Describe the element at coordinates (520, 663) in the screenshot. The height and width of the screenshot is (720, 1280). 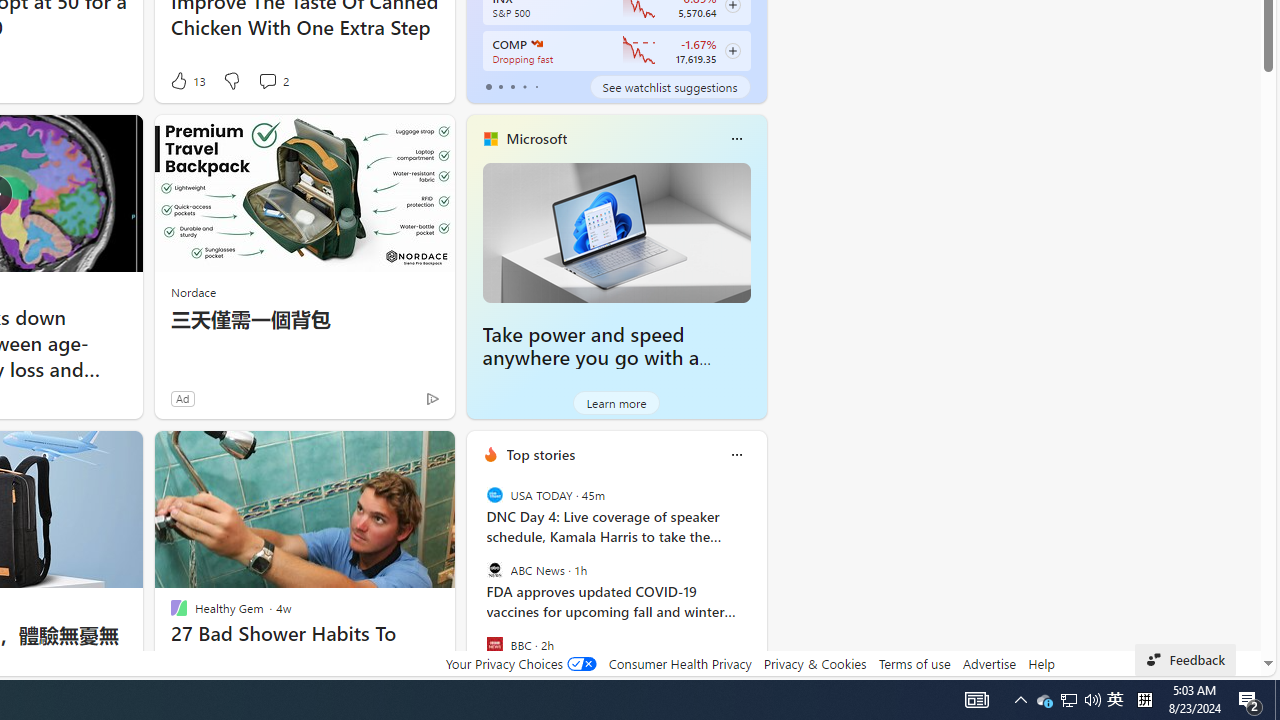
I see `'Your Privacy Choices'` at that location.